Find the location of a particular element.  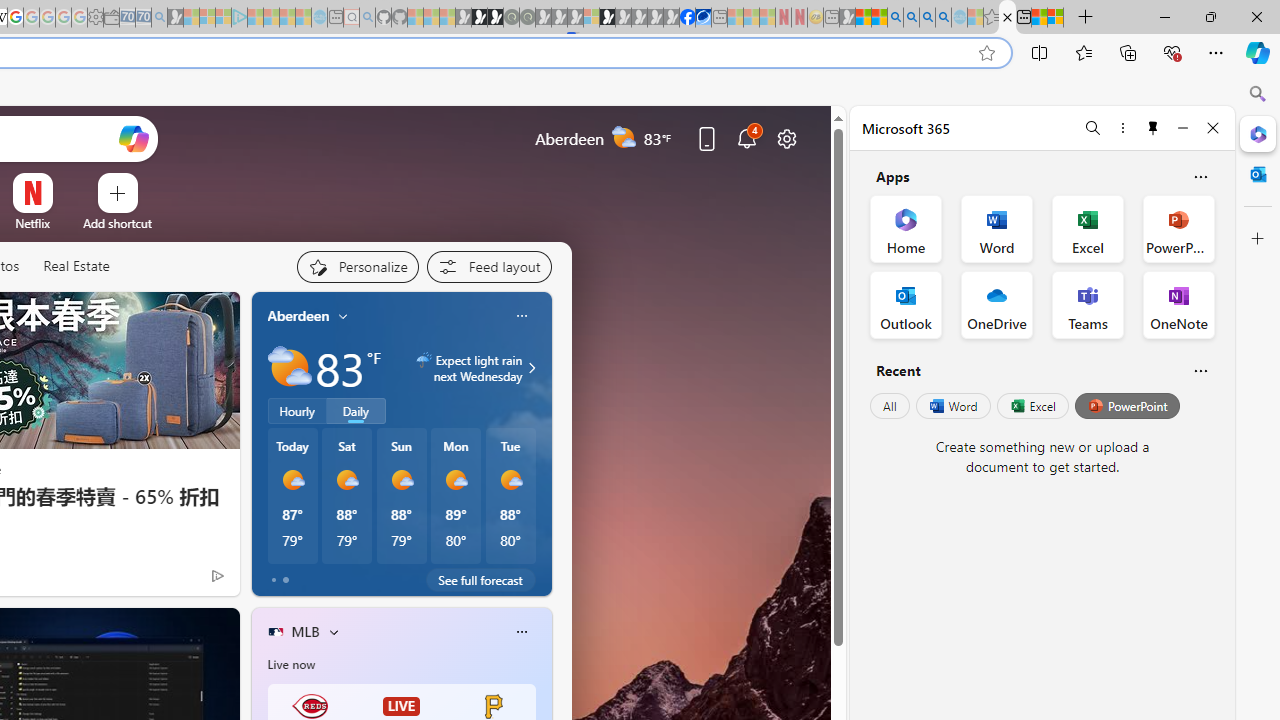

'Excel' is located at coordinates (1032, 405).